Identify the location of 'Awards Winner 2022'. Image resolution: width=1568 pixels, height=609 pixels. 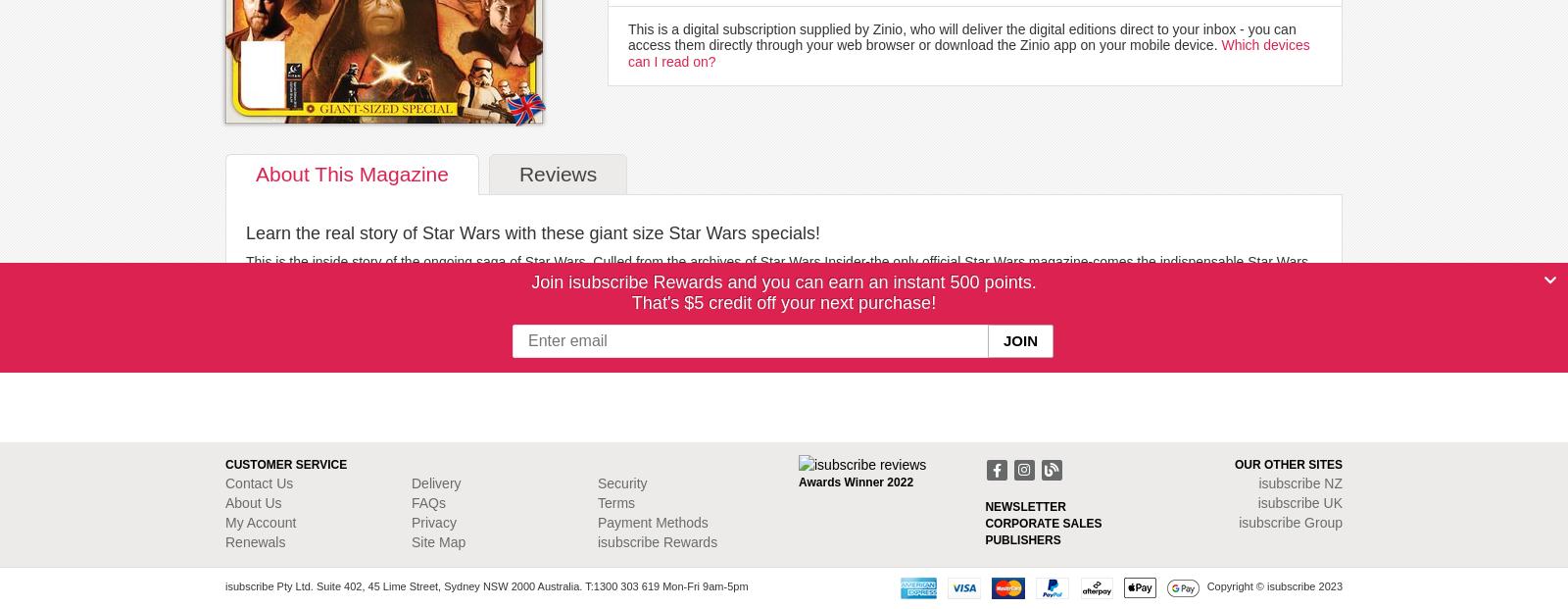
(855, 482).